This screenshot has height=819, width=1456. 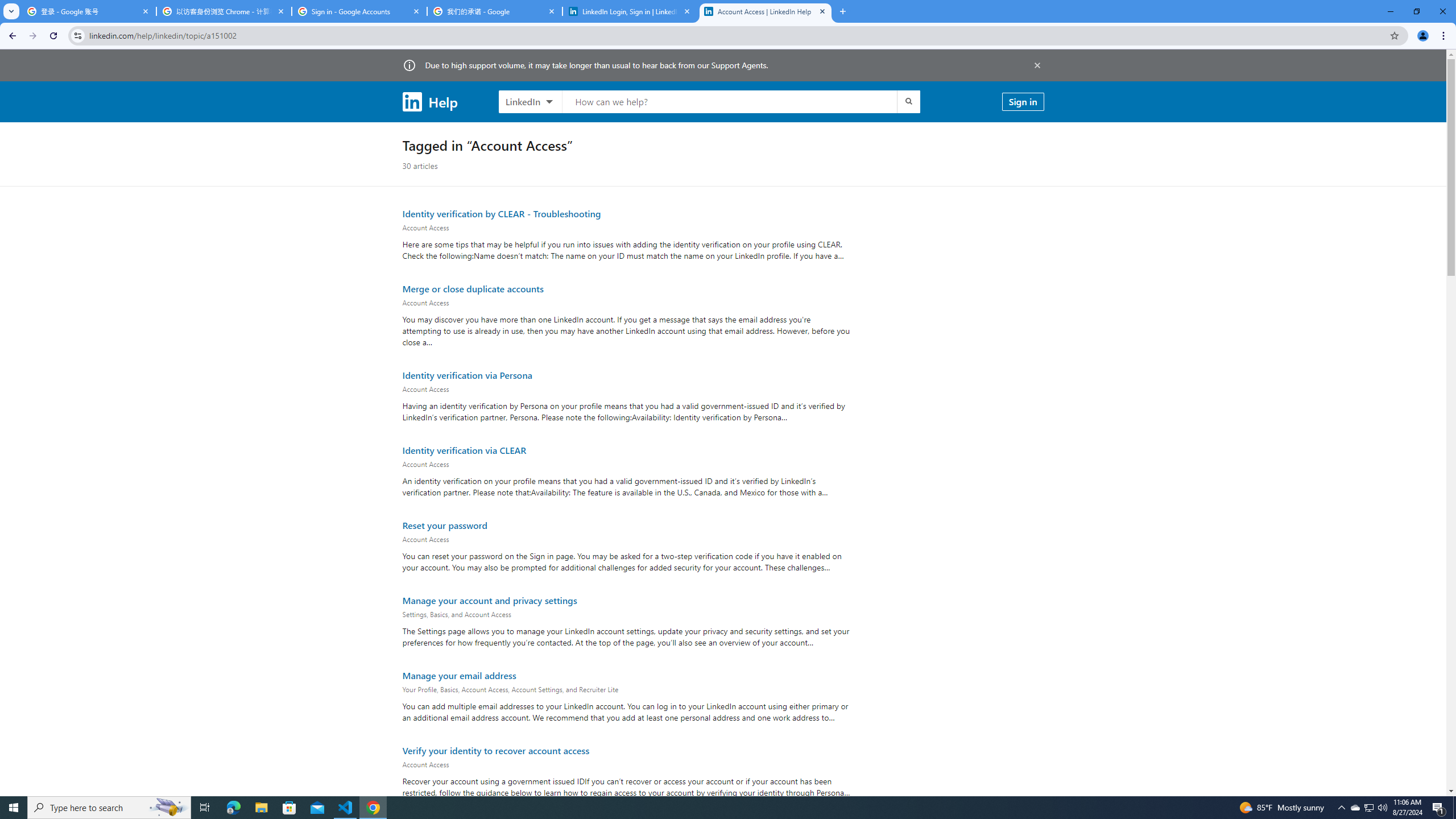 I want to click on 'Manage your account and privacy settings', so click(x=489, y=599).